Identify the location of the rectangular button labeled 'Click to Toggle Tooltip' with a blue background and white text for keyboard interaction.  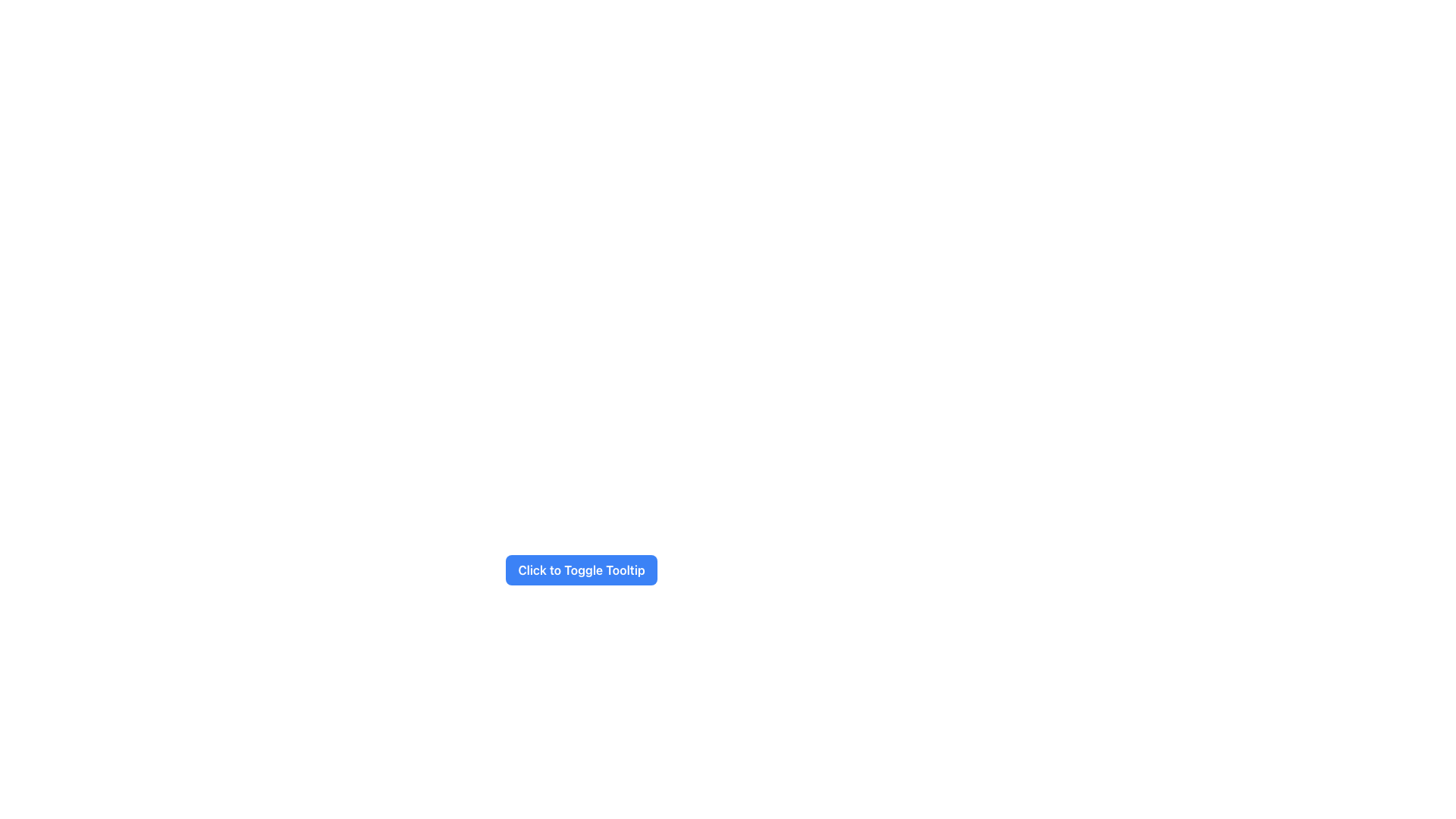
(581, 570).